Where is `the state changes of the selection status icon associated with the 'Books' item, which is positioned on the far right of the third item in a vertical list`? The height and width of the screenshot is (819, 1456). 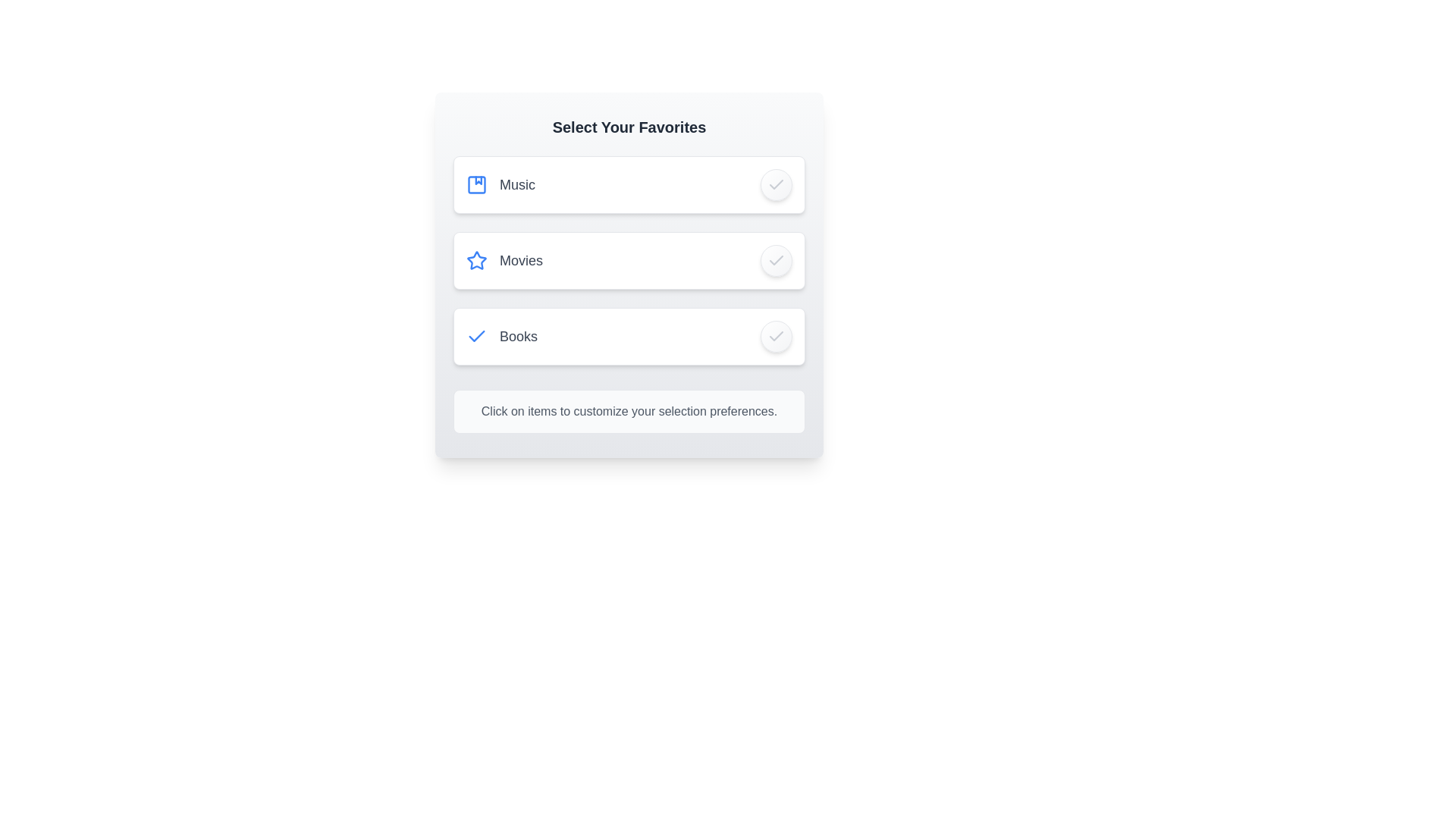
the state changes of the selection status icon associated with the 'Books' item, which is positioned on the far right of the third item in a vertical list is located at coordinates (776, 335).